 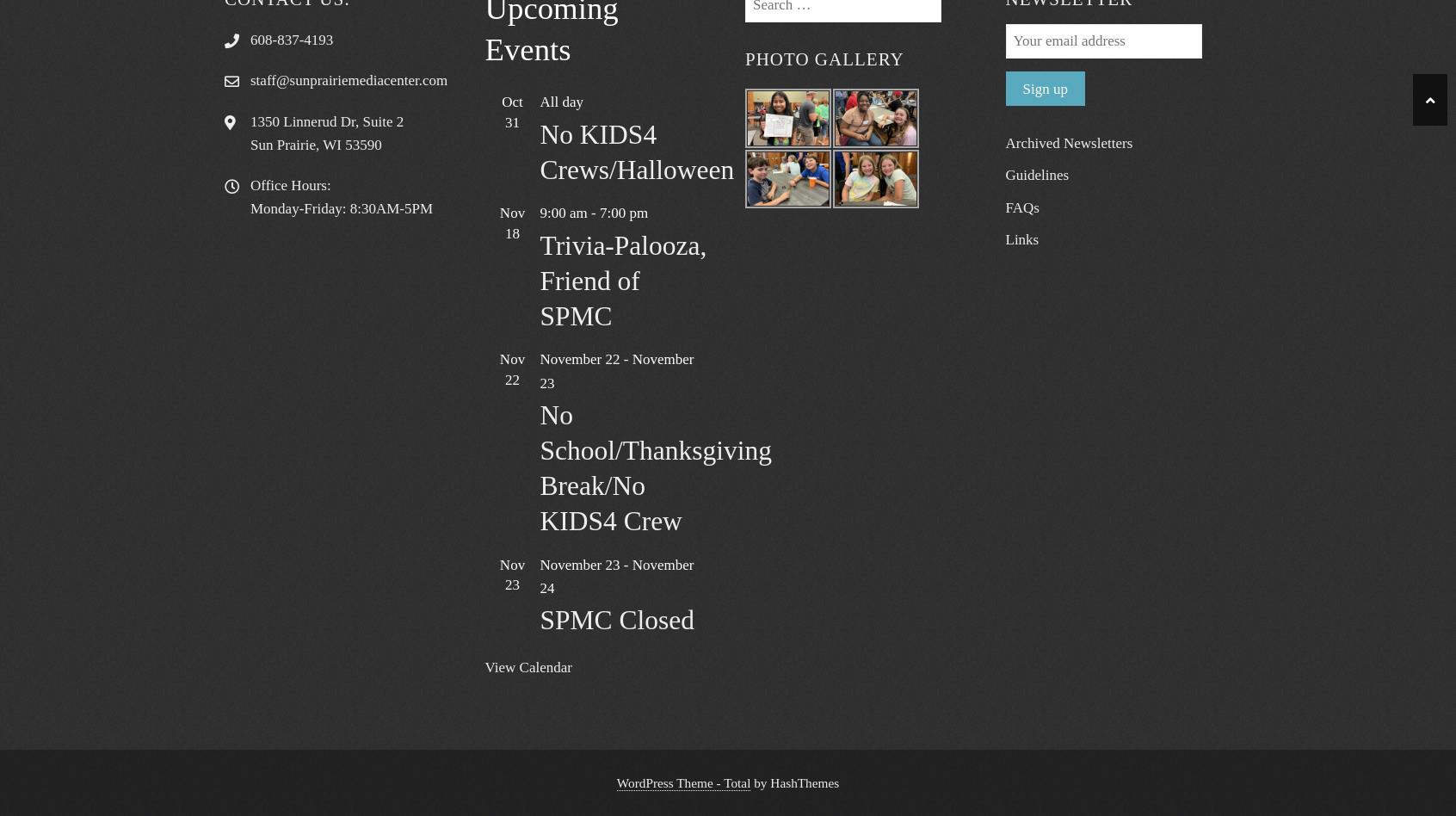 What do you see at coordinates (598, 213) in the screenshot?
I see `'7:00 pm'` at bounding box center [598, 213].